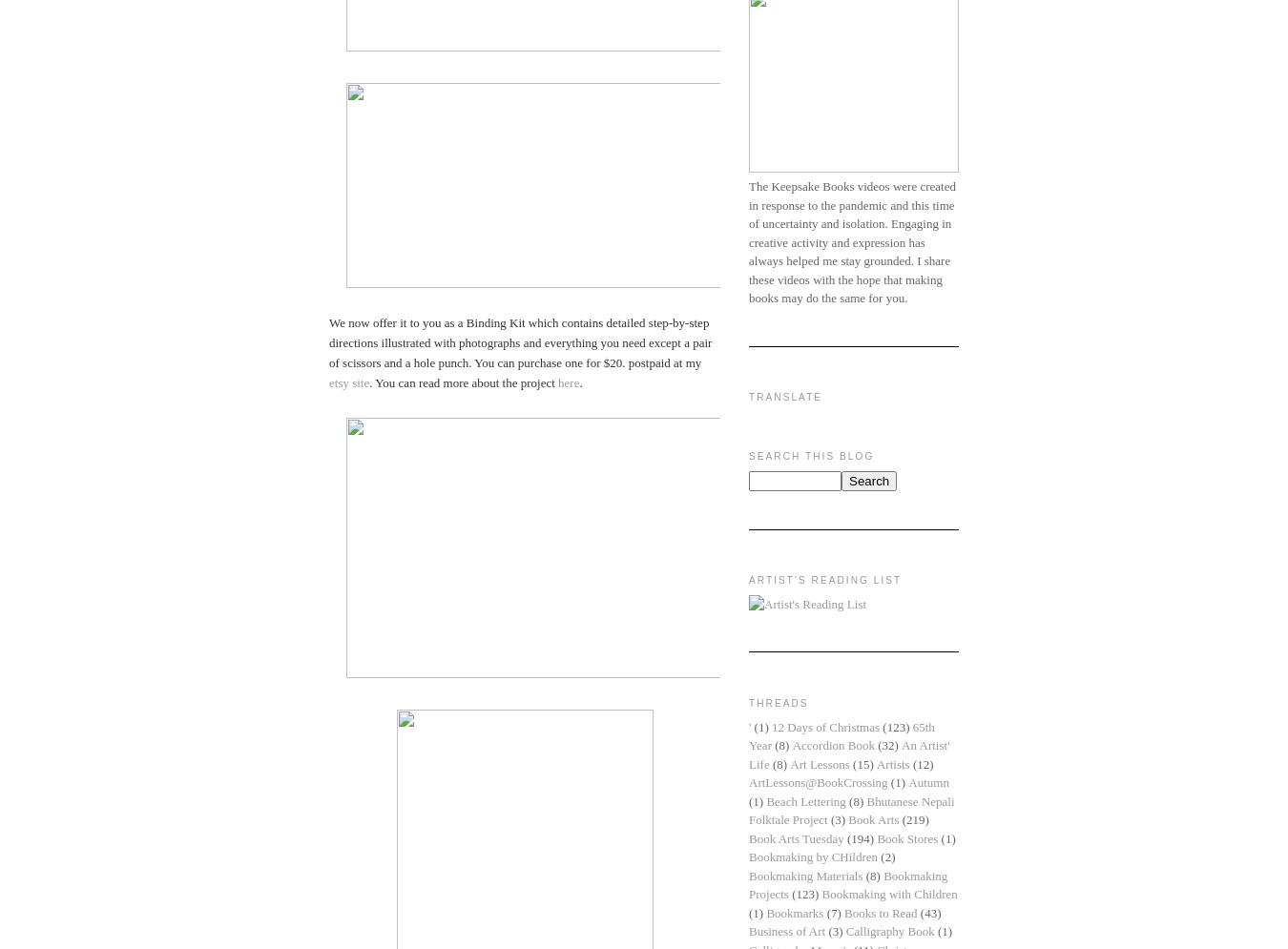  I want to click on 'Autumn', so click(926, 781).